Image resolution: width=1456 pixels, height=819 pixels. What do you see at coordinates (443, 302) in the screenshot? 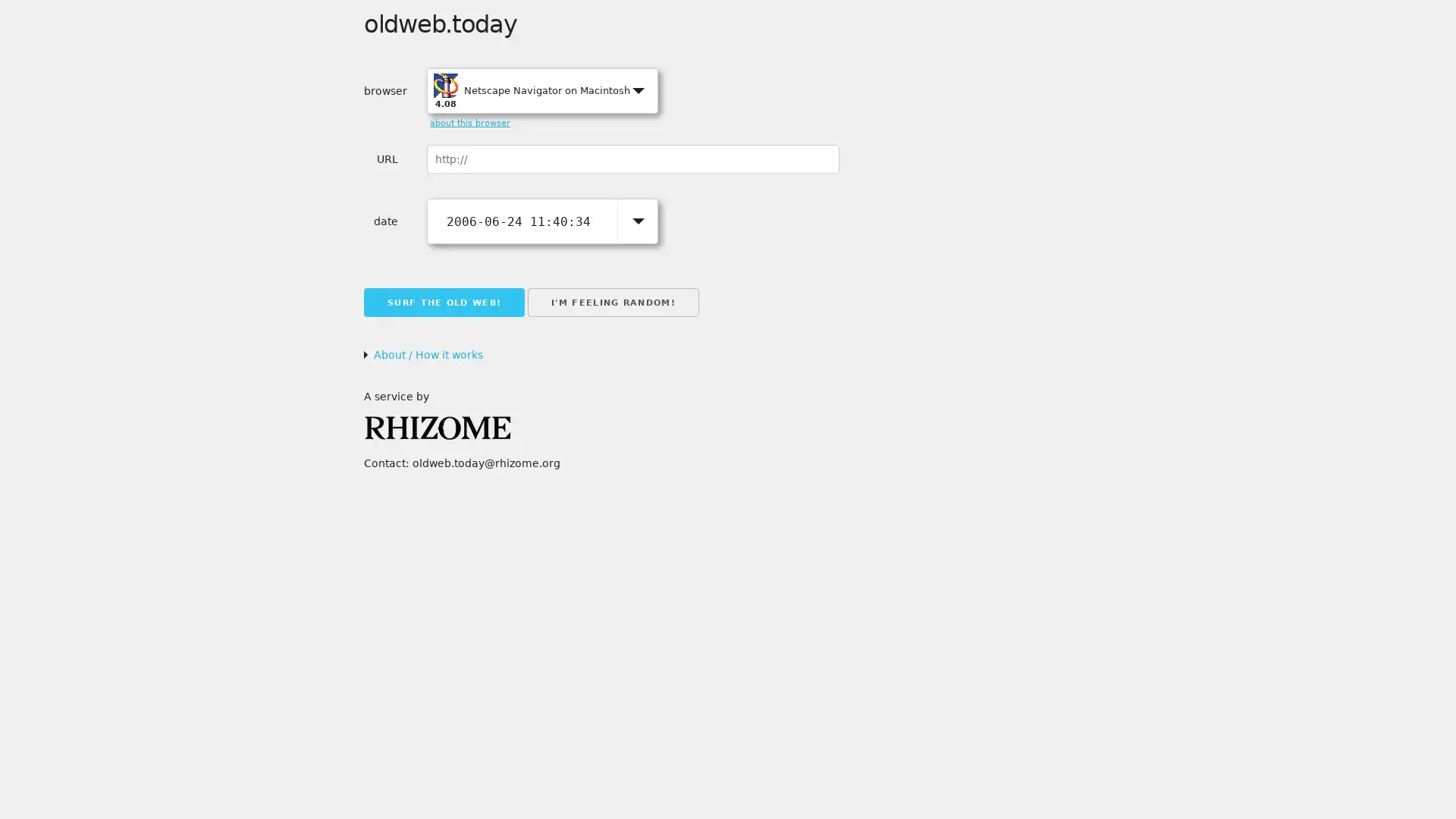
I see `SURF THE OLD WEB!` at bounding box center [443, 302].